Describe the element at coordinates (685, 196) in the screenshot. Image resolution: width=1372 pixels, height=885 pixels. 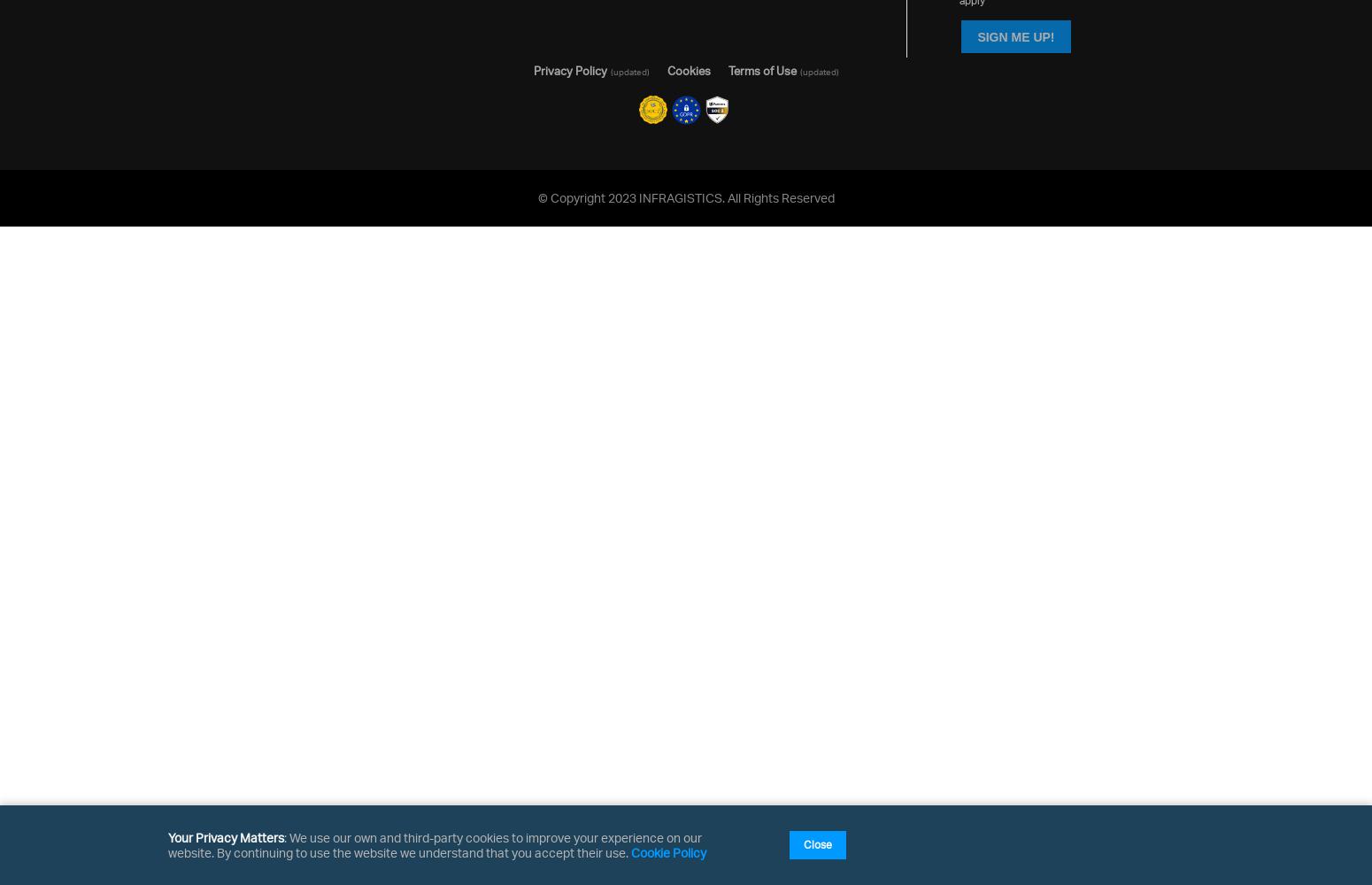
I see `'© Copyright 2023 INFRAGISTICS. All Rights Reserved'` at that location.